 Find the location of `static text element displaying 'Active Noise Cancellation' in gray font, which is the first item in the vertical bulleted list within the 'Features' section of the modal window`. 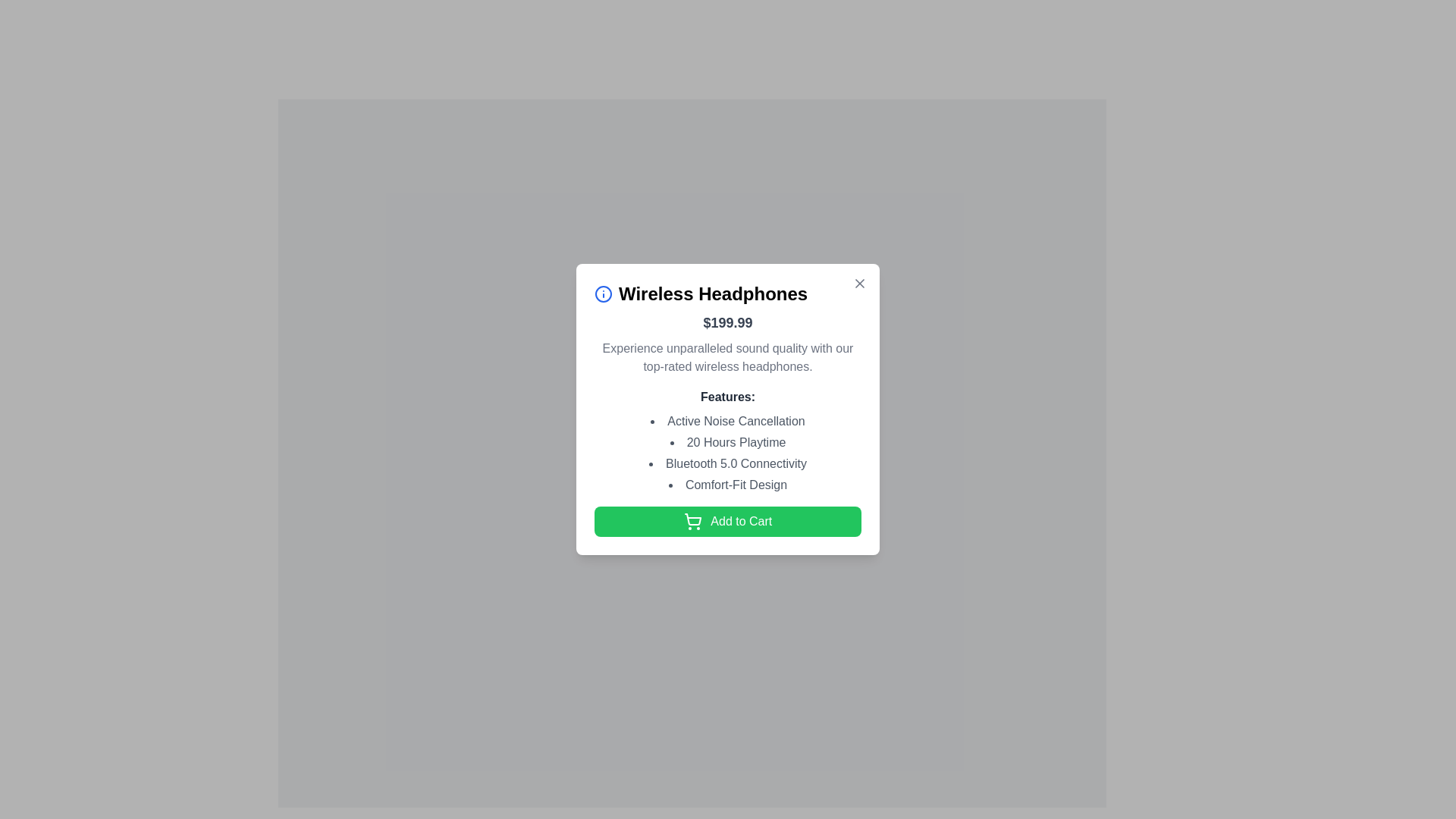

static text element displaying 'Active Noise Cancellation' in gray font, which is the first item in the vertical bulleted list within the 'Features' section of the modal window is located at coordinates (728, 421).